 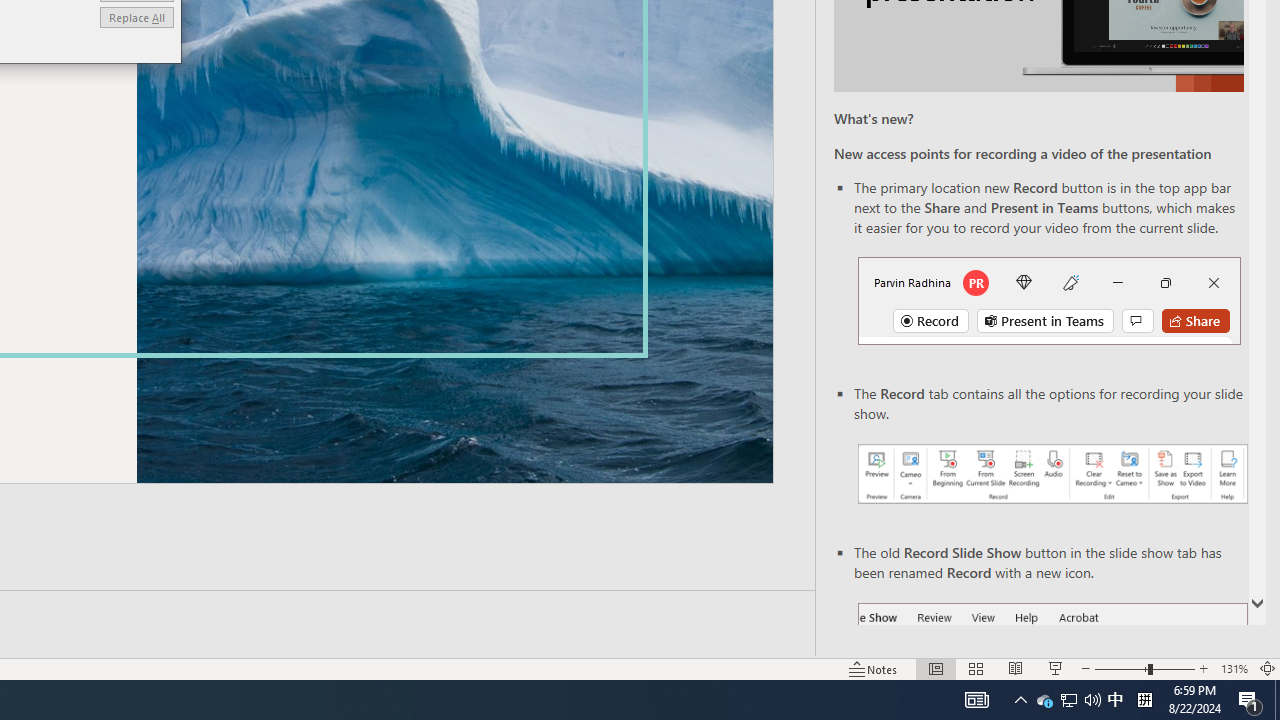 What do you see at coordinates (1020, 698) in the screenshot?
I see `'Notification Chevron'` at bounding box center [1020, 698].